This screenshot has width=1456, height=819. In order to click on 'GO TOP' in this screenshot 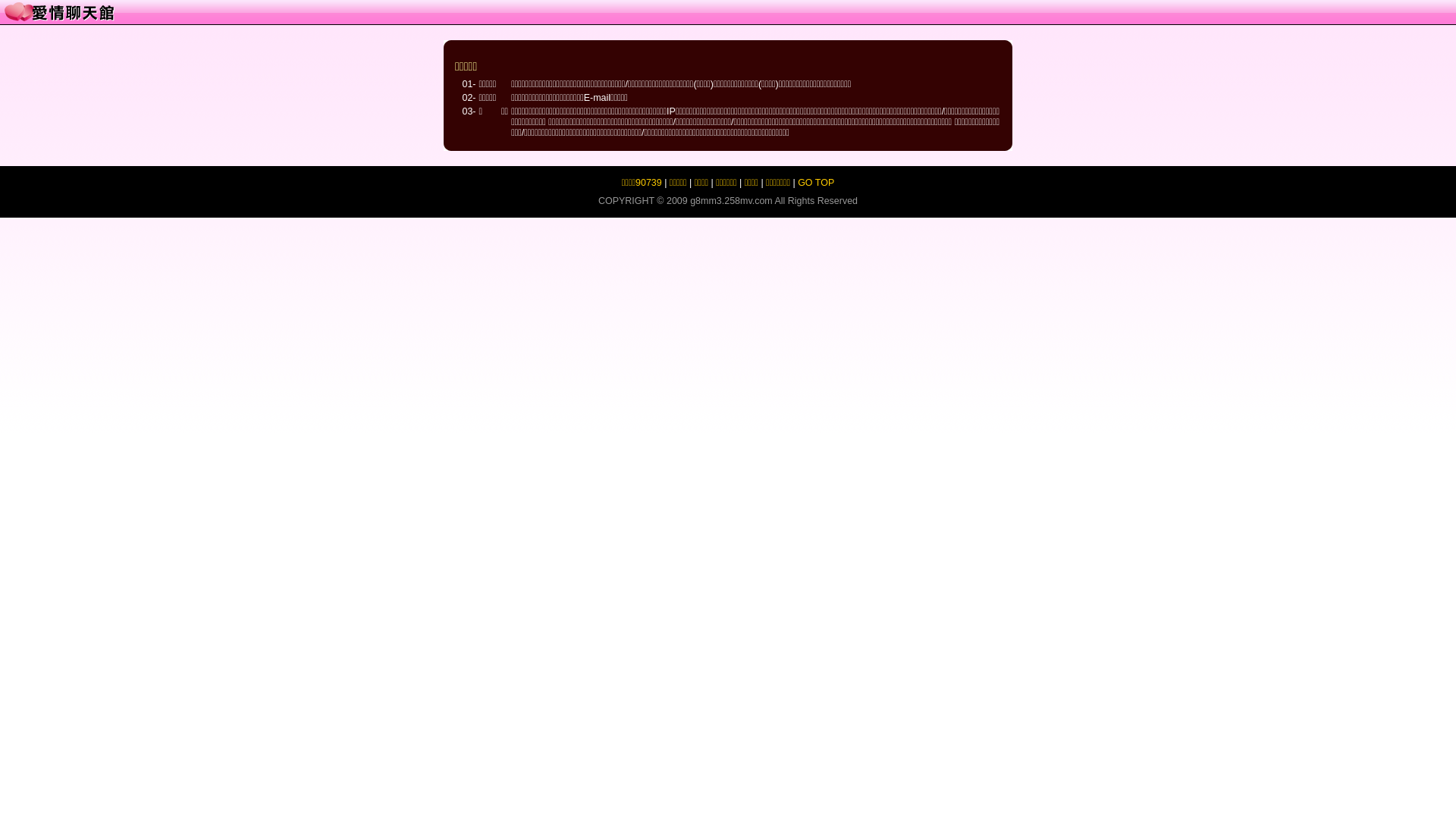, I will do `click(814, 181)`.